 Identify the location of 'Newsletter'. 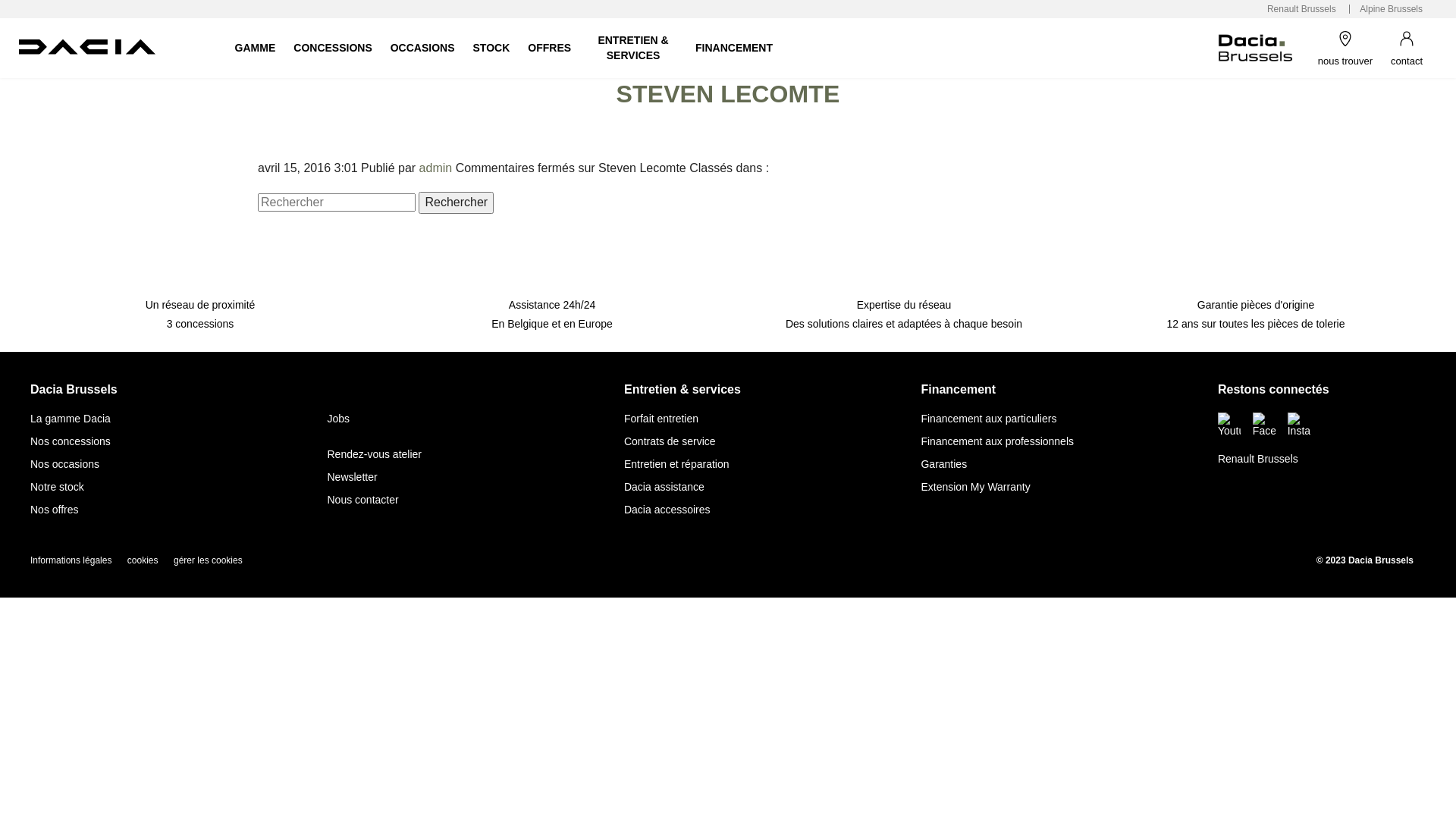
(351, 475).